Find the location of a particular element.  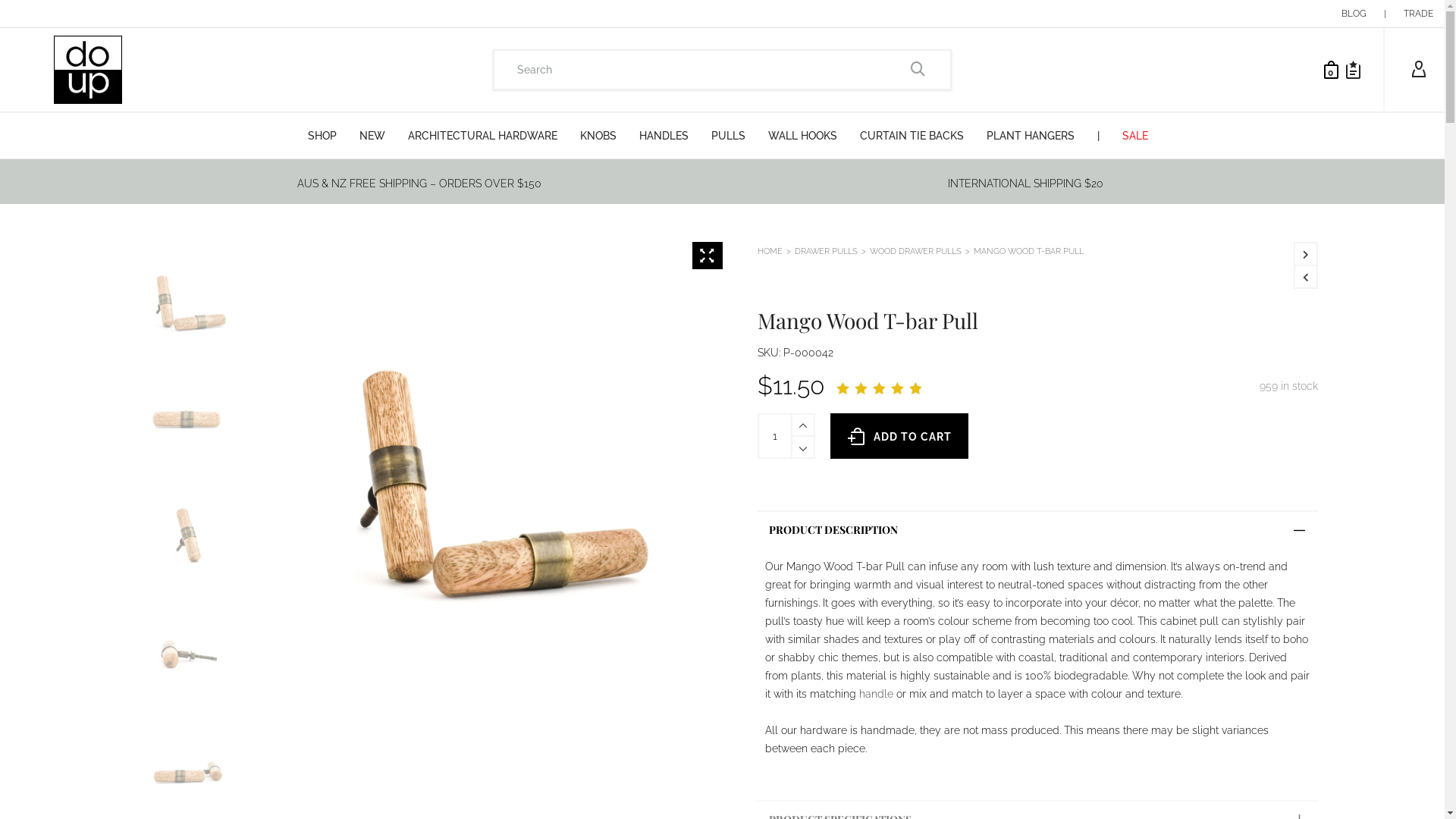

'DRAWER PULLS' is located at coordinates (825, 250).